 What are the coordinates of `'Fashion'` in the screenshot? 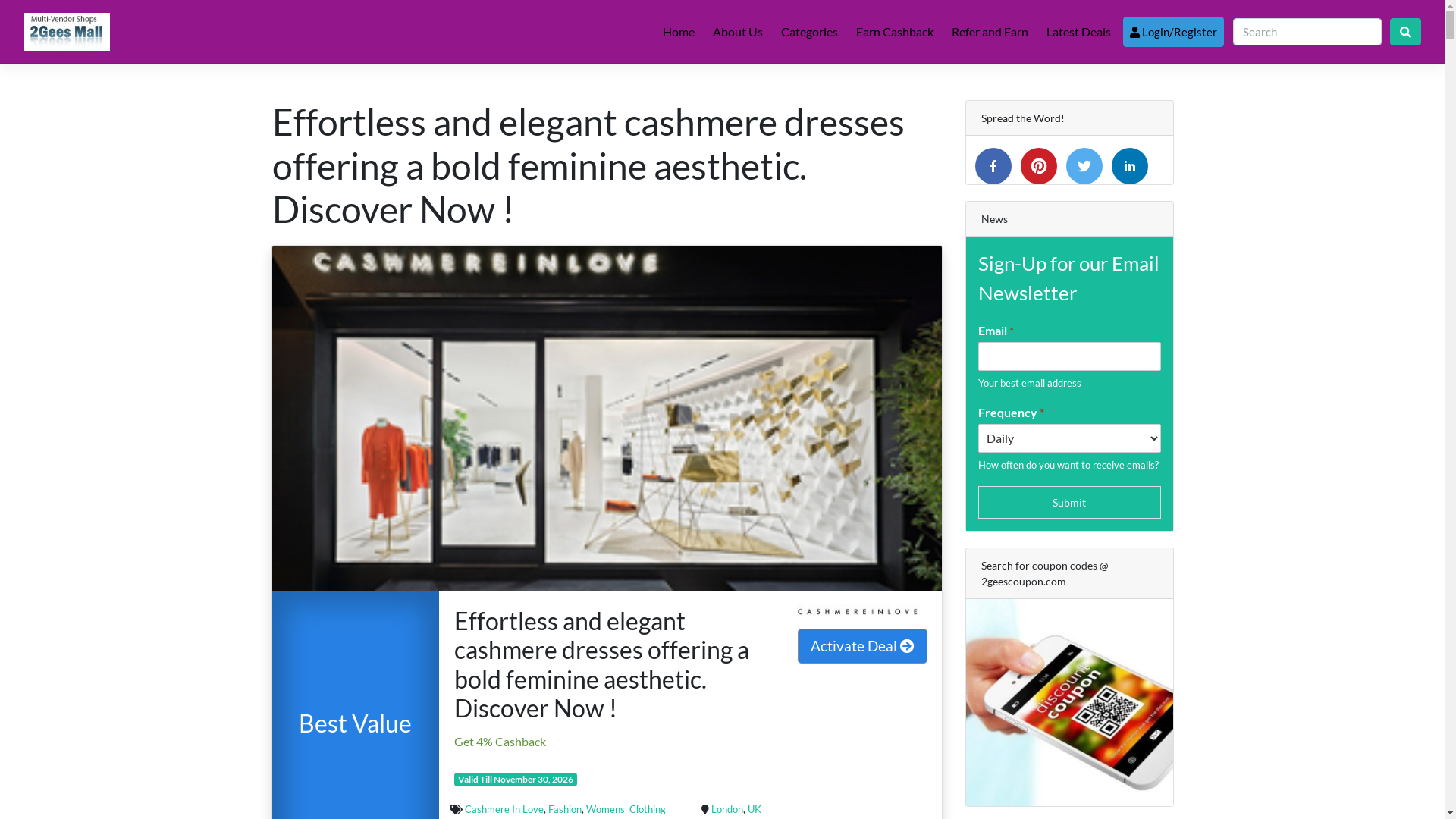 It's located at (563, 808).